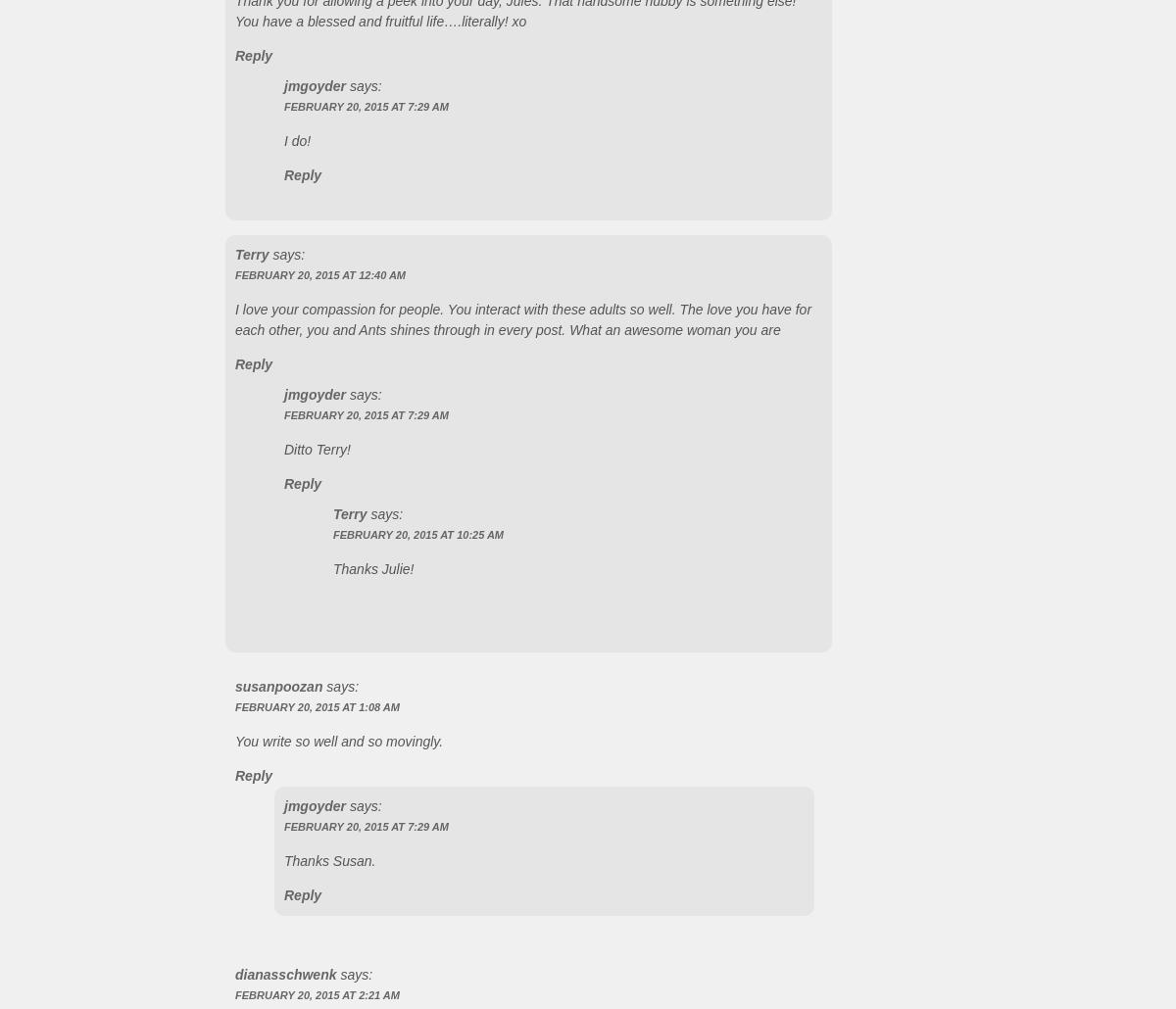  I want to click on 'February 20, 2015 at 1:08 AM', so click(317, 706).